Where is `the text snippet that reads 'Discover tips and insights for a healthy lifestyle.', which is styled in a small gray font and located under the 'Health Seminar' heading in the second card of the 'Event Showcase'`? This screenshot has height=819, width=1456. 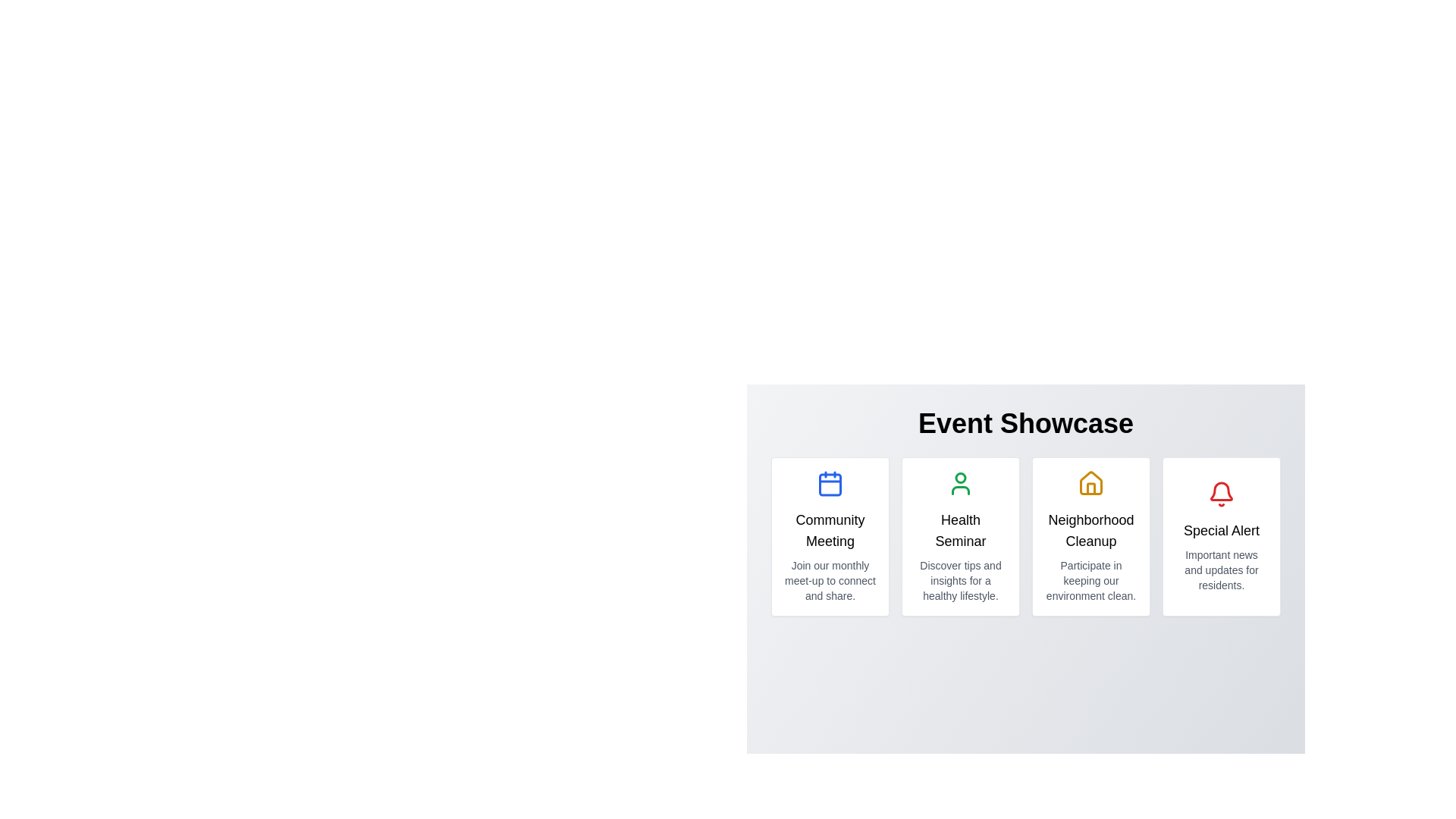 the text snippet that reads 'Discover tips and insights for a healthy lifestyle.', which is styled in a small gray font and located under the 'Health Seminar' heading in the second card of the 'Event Showcase' is located at coordinates (960, 580).